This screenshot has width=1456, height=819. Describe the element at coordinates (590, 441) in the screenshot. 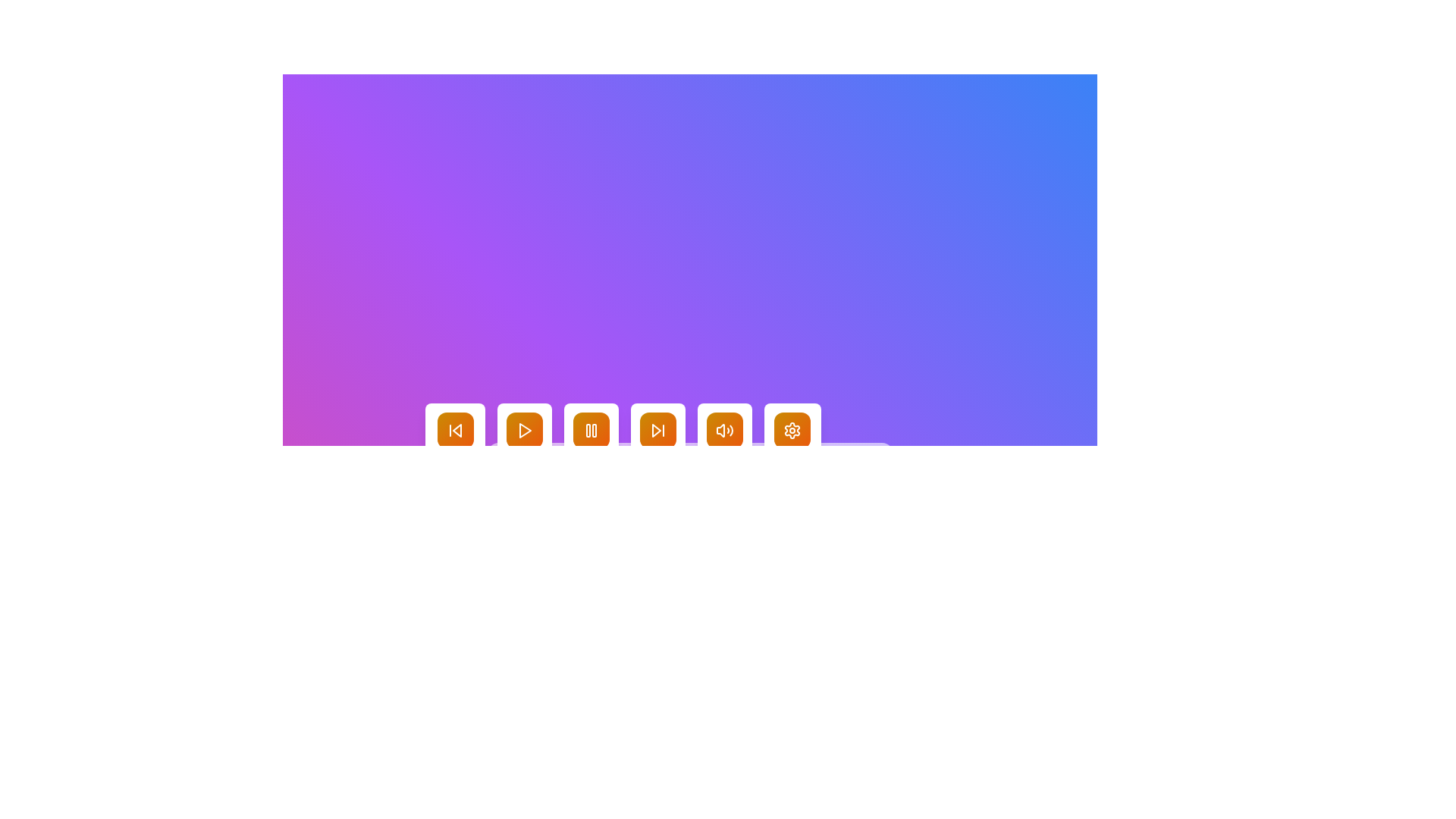

I see `the square button with a gradient background and a white pause icon labeled 'Pause'` at that location.